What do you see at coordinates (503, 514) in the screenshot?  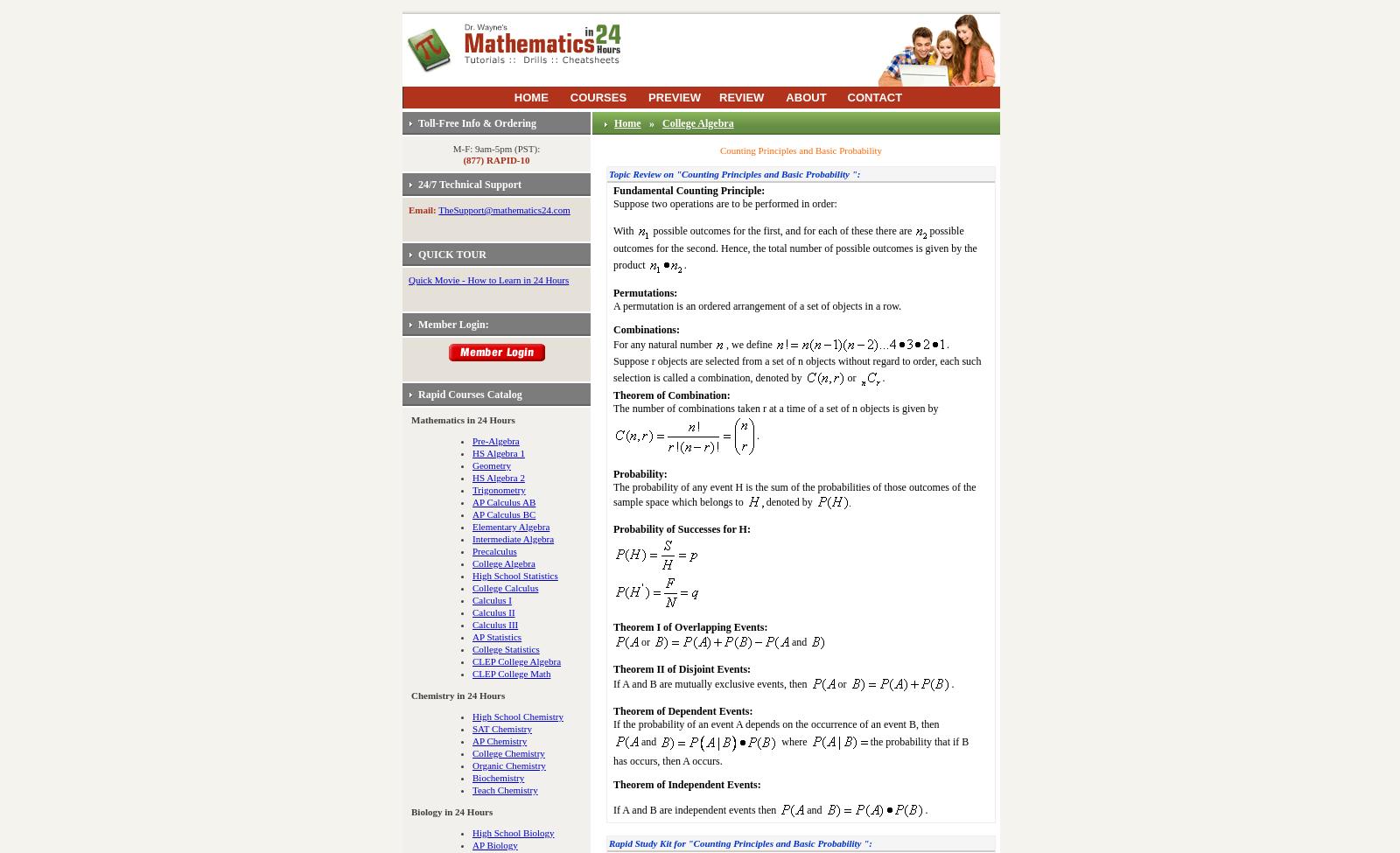 I see `'AP Calculus BC'` at bounding box center [503, 514].